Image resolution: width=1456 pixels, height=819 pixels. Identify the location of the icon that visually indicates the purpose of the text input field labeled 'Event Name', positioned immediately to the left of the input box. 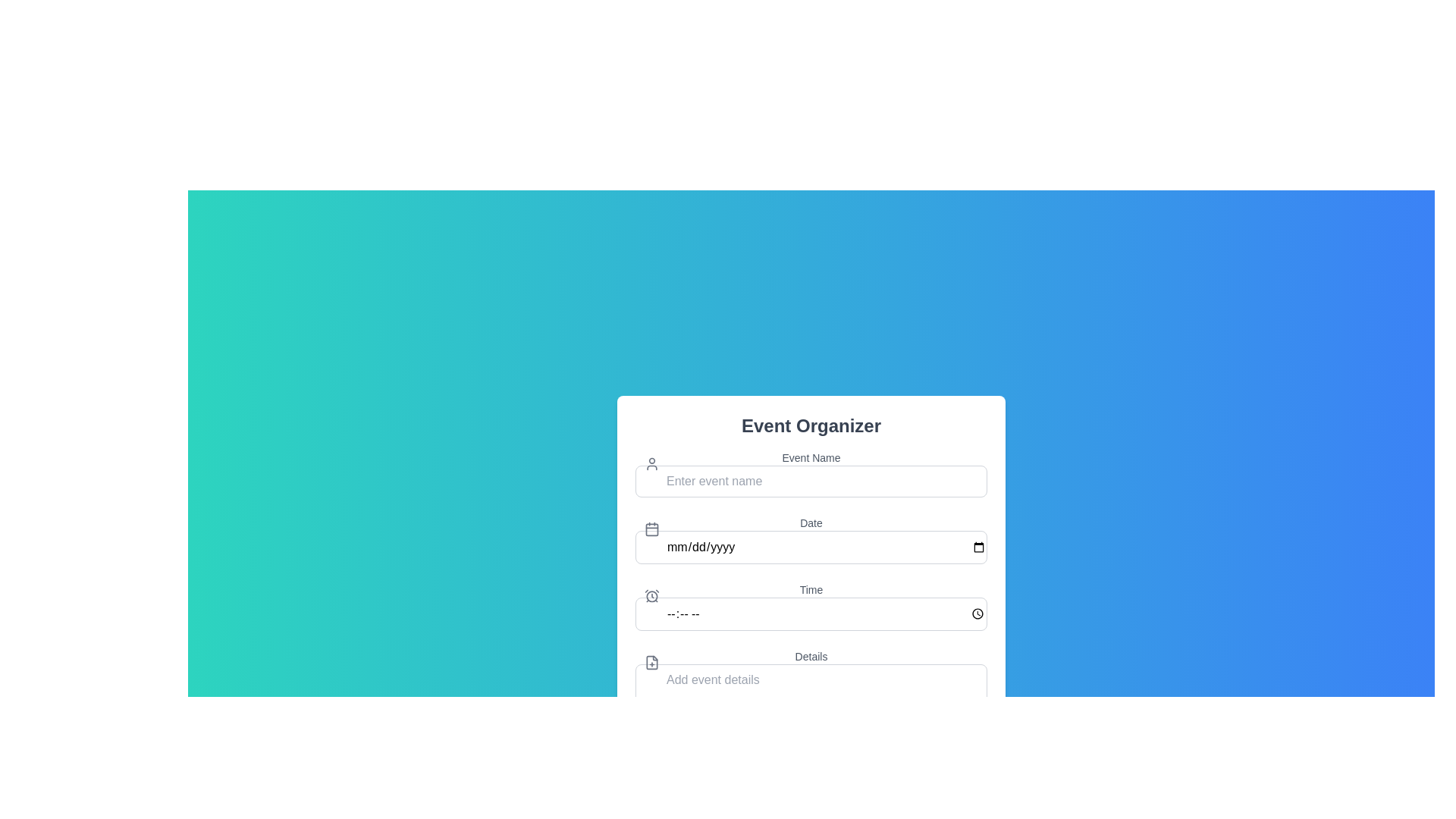
(651, 463).